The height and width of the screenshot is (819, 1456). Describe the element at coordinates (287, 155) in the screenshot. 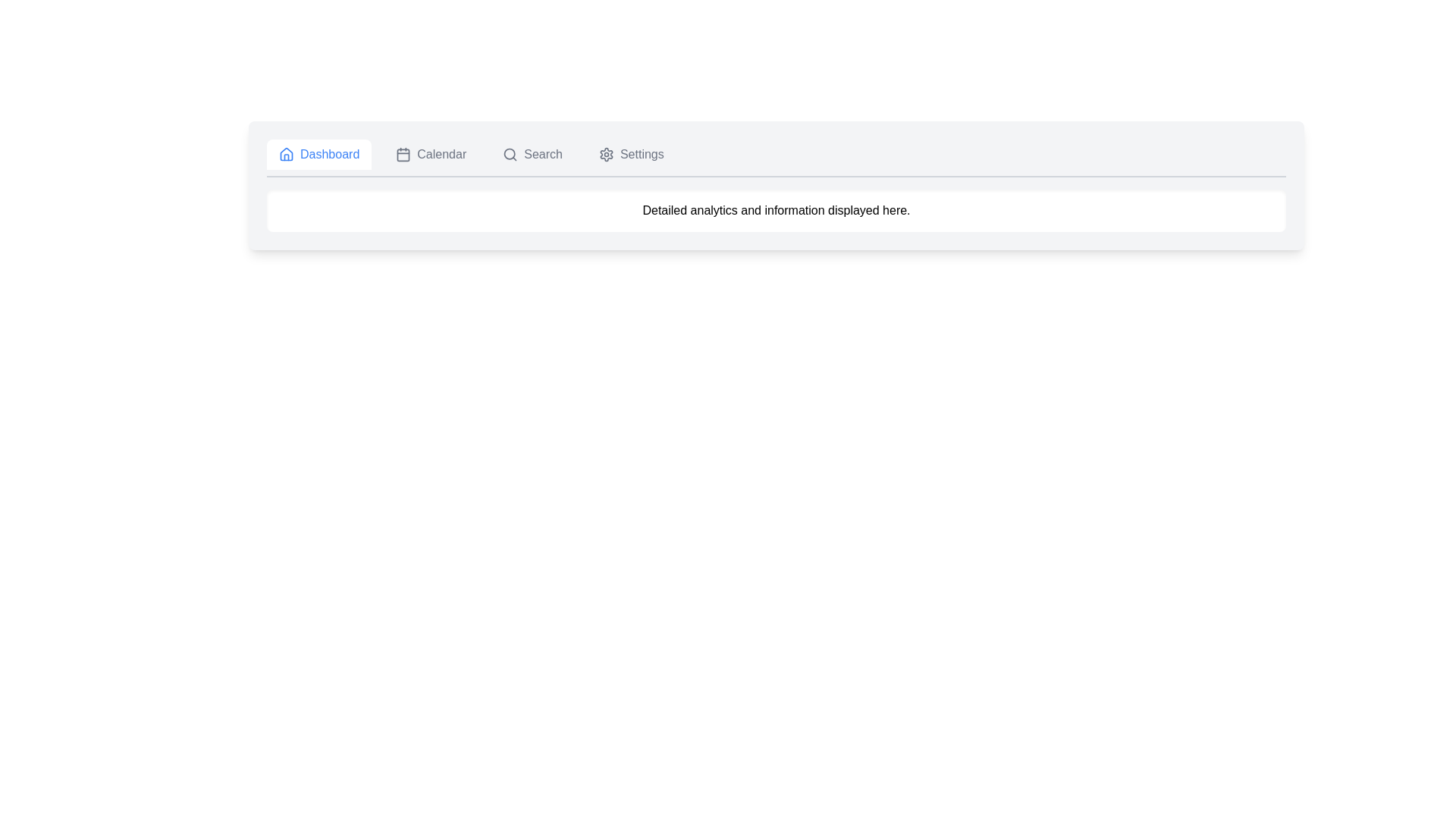

I see `the 'Dashboard' icon located in the top-left corner of the interface, which serves as a visual representation for navigation` at that location.